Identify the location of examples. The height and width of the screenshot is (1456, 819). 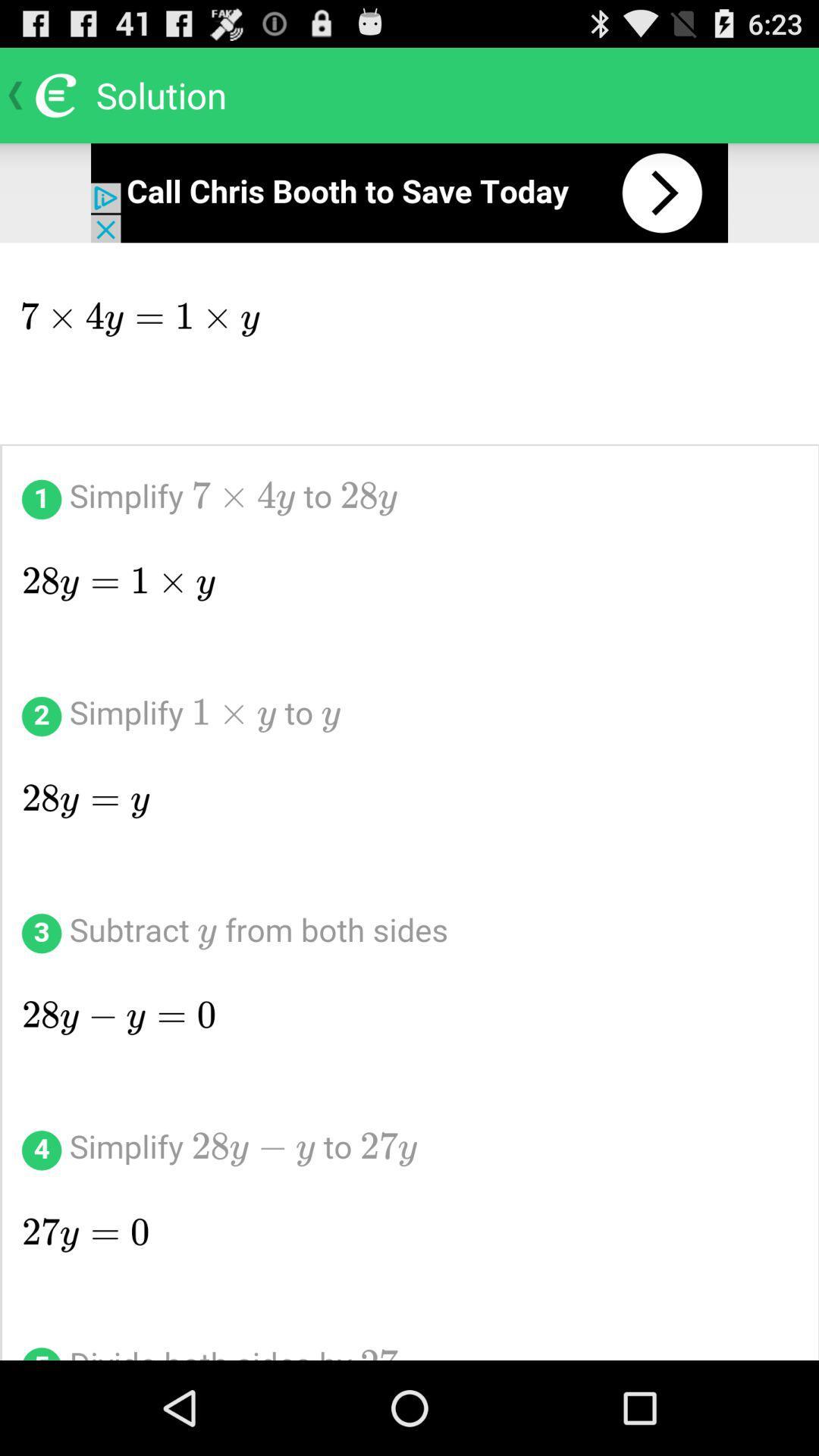
(409, 801).